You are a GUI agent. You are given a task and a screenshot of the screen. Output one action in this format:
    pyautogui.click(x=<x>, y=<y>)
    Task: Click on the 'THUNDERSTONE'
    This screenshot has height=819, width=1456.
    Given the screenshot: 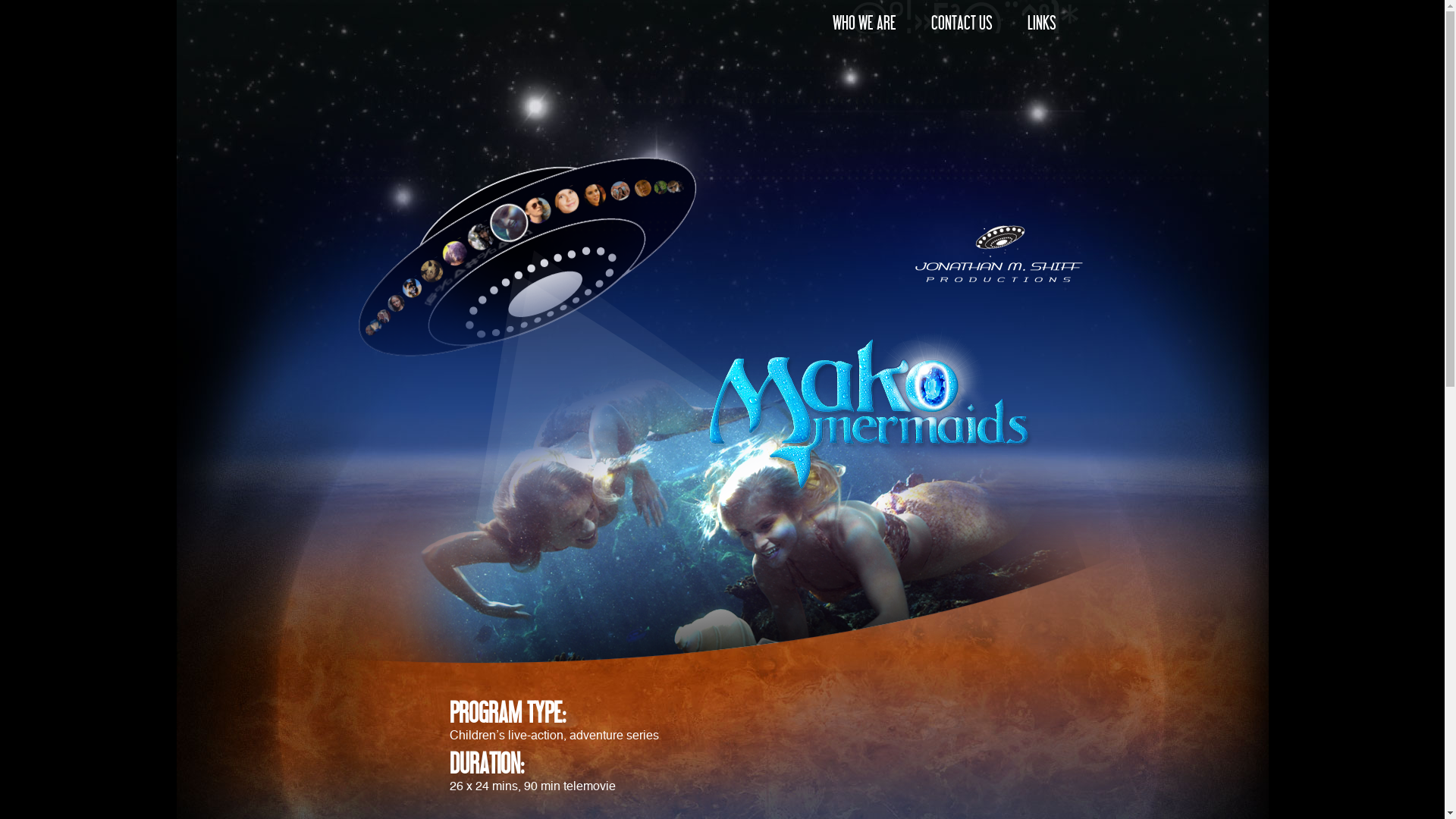 What is the action you would take?
    pyautogui.click(x=381, y=318)
    